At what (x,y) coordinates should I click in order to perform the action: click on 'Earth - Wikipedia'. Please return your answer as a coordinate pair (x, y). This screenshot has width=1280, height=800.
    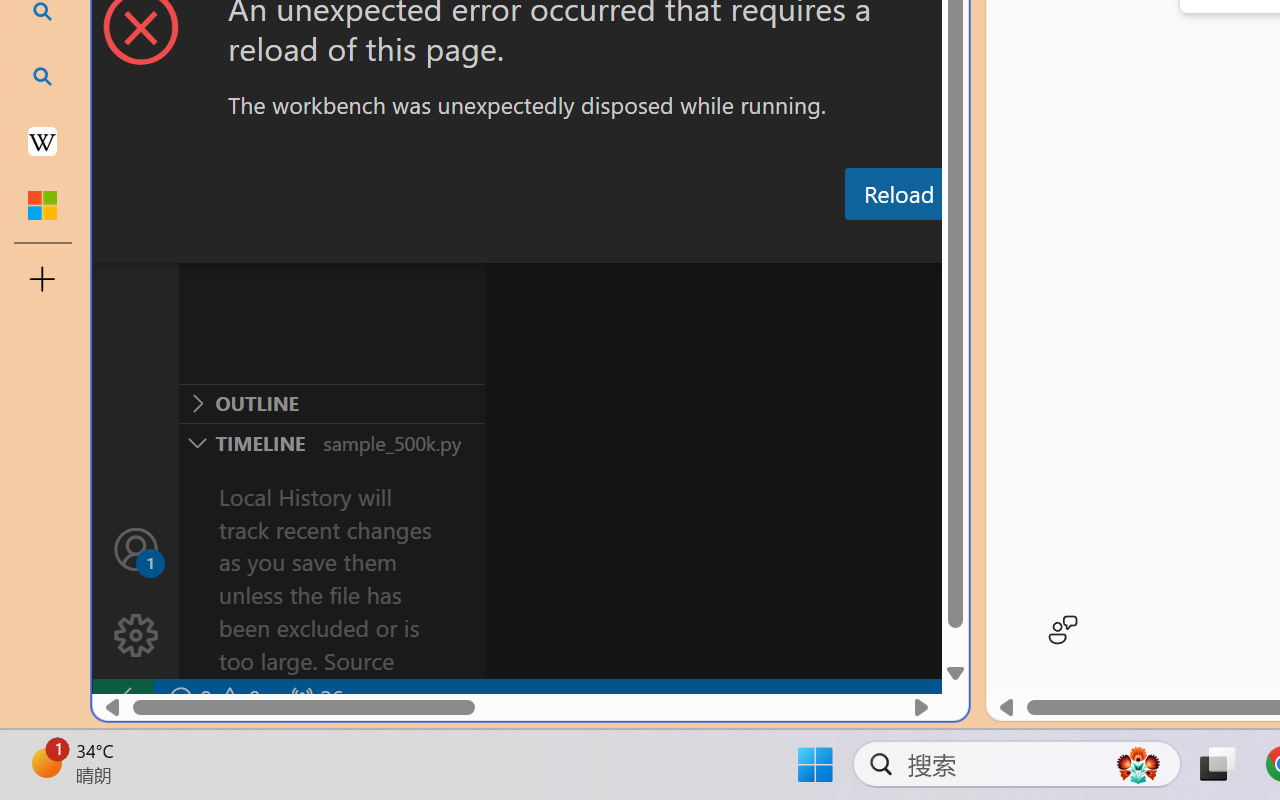
    Looking at the image, I should click on (42, 140).